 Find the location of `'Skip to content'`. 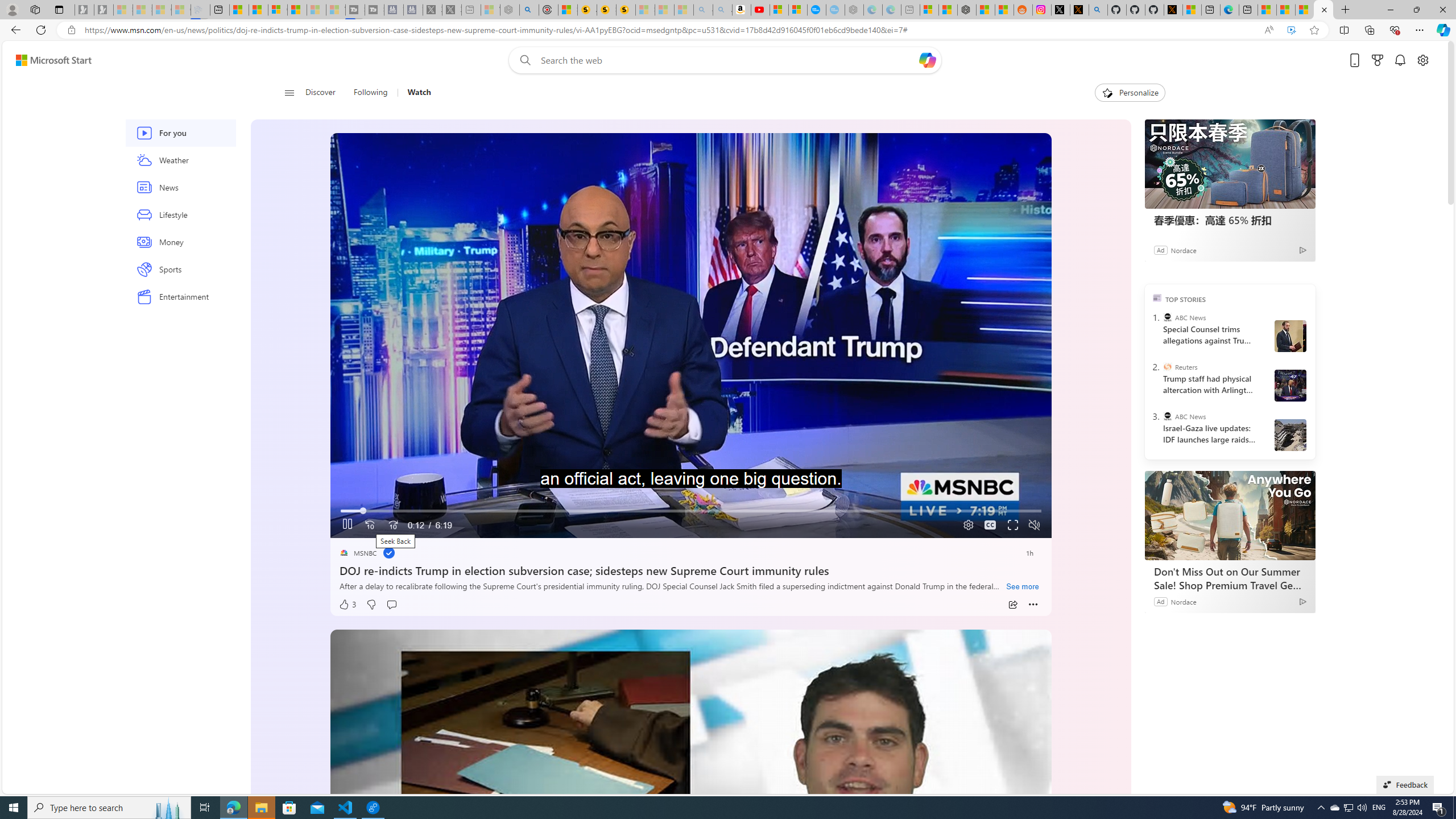

'Skip to content' is located at coordinates (49, 59).